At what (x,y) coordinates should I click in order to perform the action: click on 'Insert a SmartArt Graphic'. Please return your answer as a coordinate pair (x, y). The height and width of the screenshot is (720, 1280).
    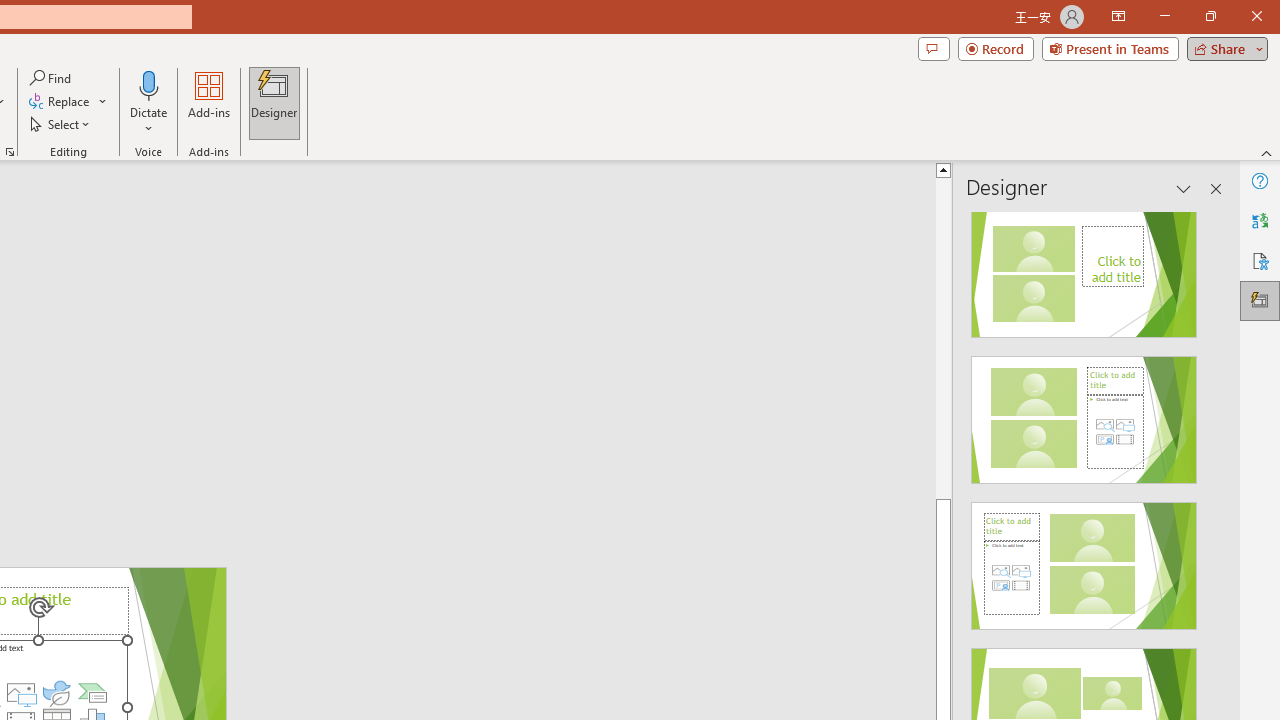
    Looking at the image, I should click on (91, 692).